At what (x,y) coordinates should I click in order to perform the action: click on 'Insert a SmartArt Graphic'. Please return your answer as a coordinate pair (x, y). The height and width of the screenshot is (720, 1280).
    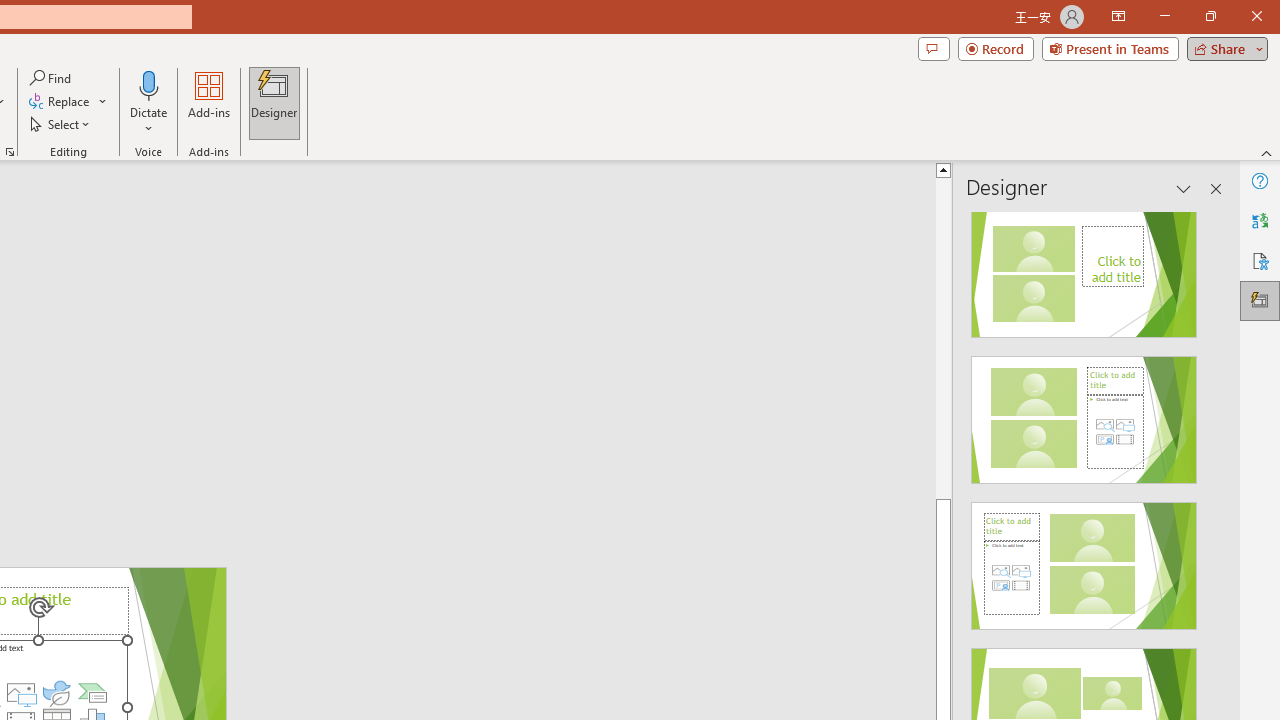
    Looking at the image, I should click on (91, 692).